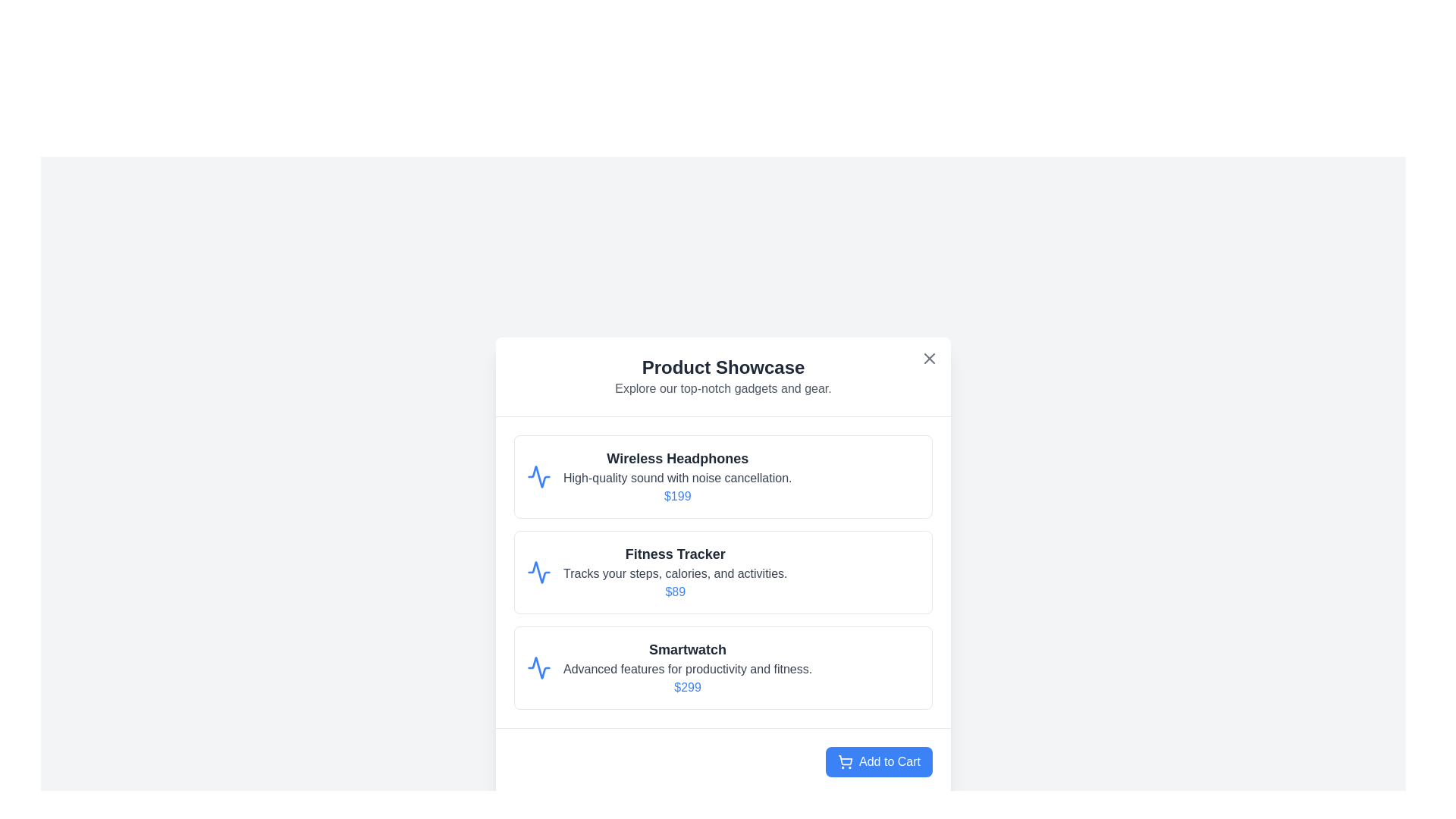 The image size is (1456, 819). I want to click on the Product card titled 'Fitness Tracker', which is the second card in the list and is centered within the modal dialog, so click(723, 573).